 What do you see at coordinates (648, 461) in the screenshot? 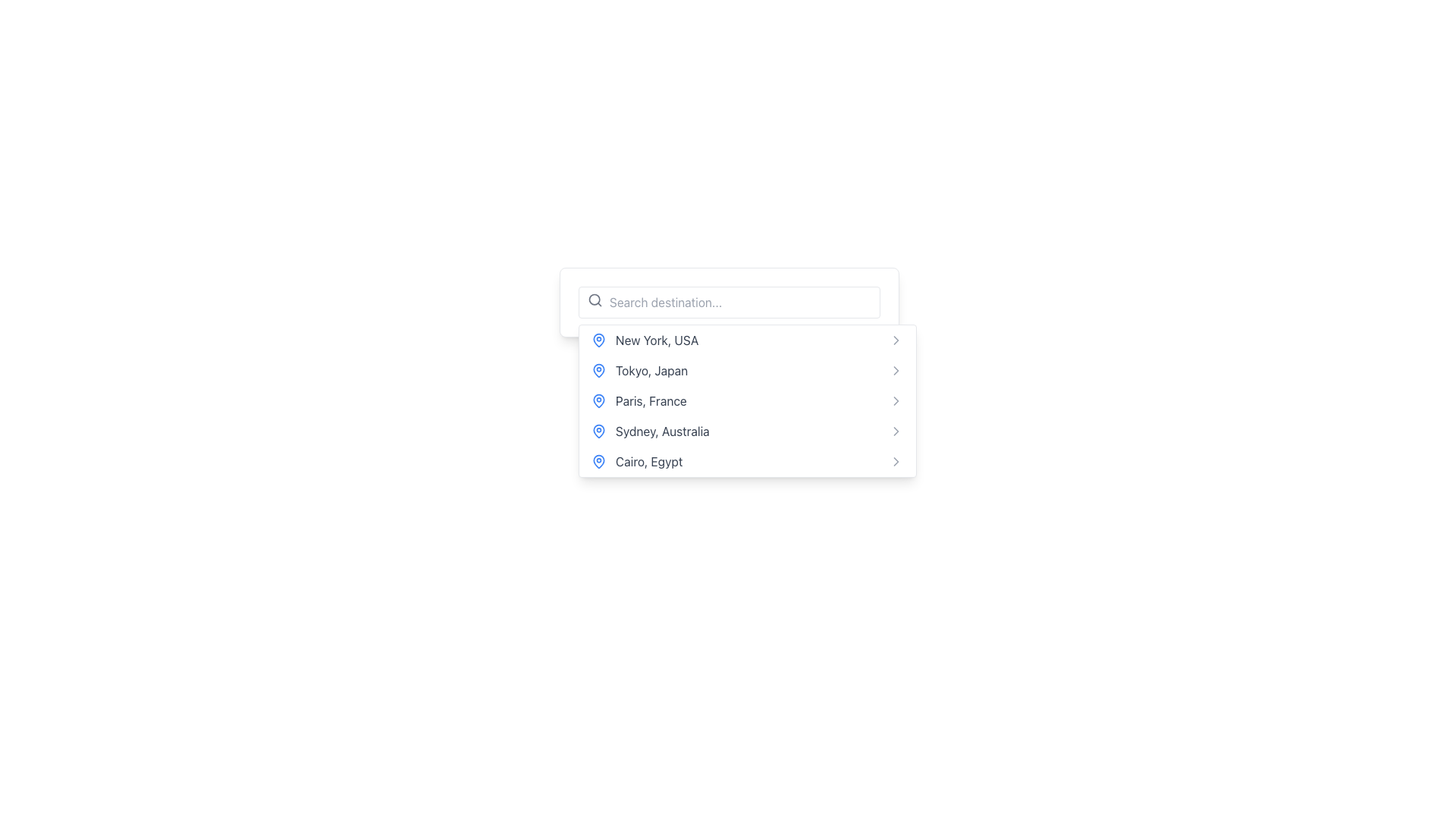
I see `the text label displaying 'Cairo, Egypt'` at bounding box center [648, 461].